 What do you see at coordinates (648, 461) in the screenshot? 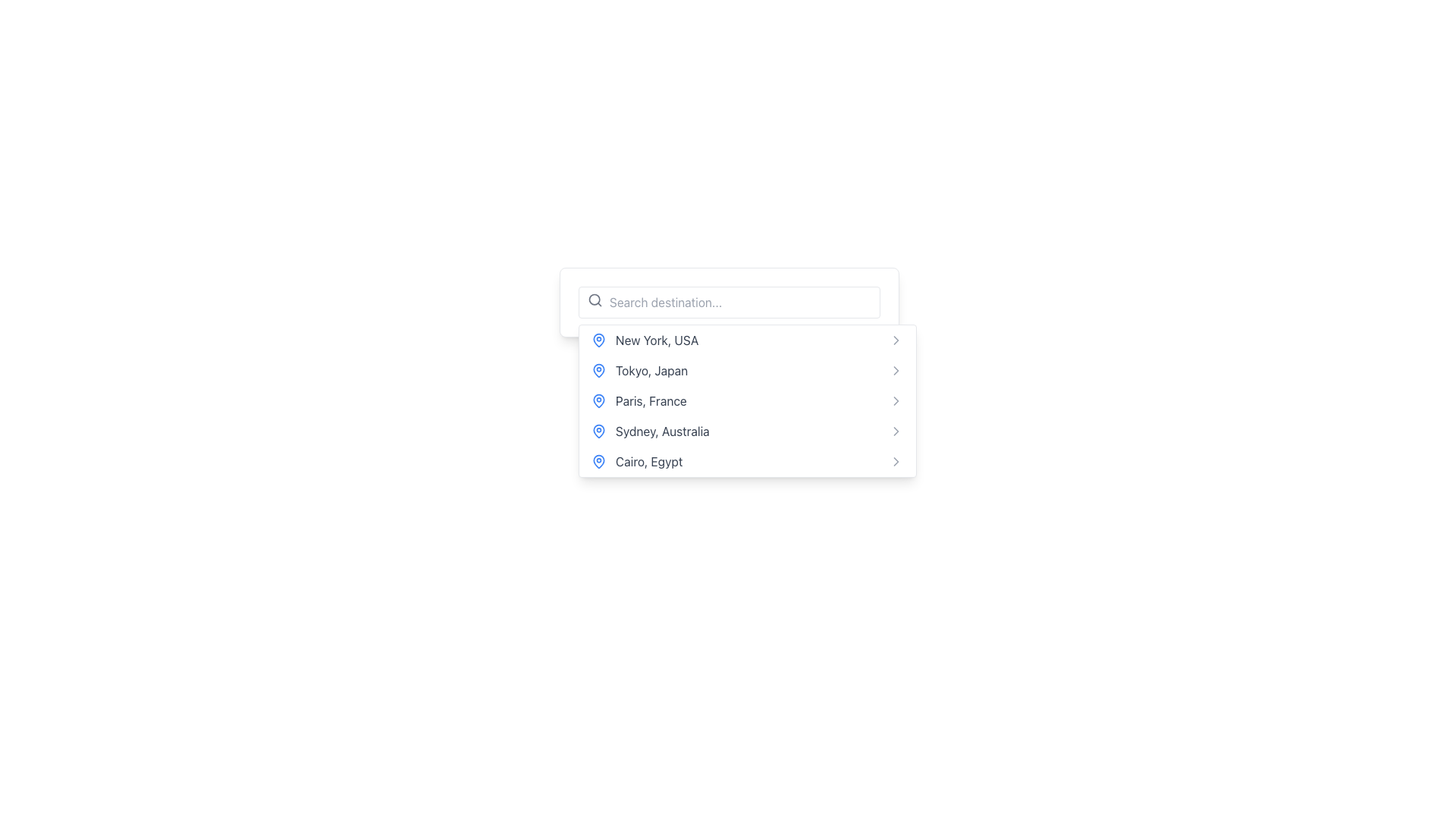
I see `the text label displaying 'Cairo, Egypt'` at bounding box center [648, 461].